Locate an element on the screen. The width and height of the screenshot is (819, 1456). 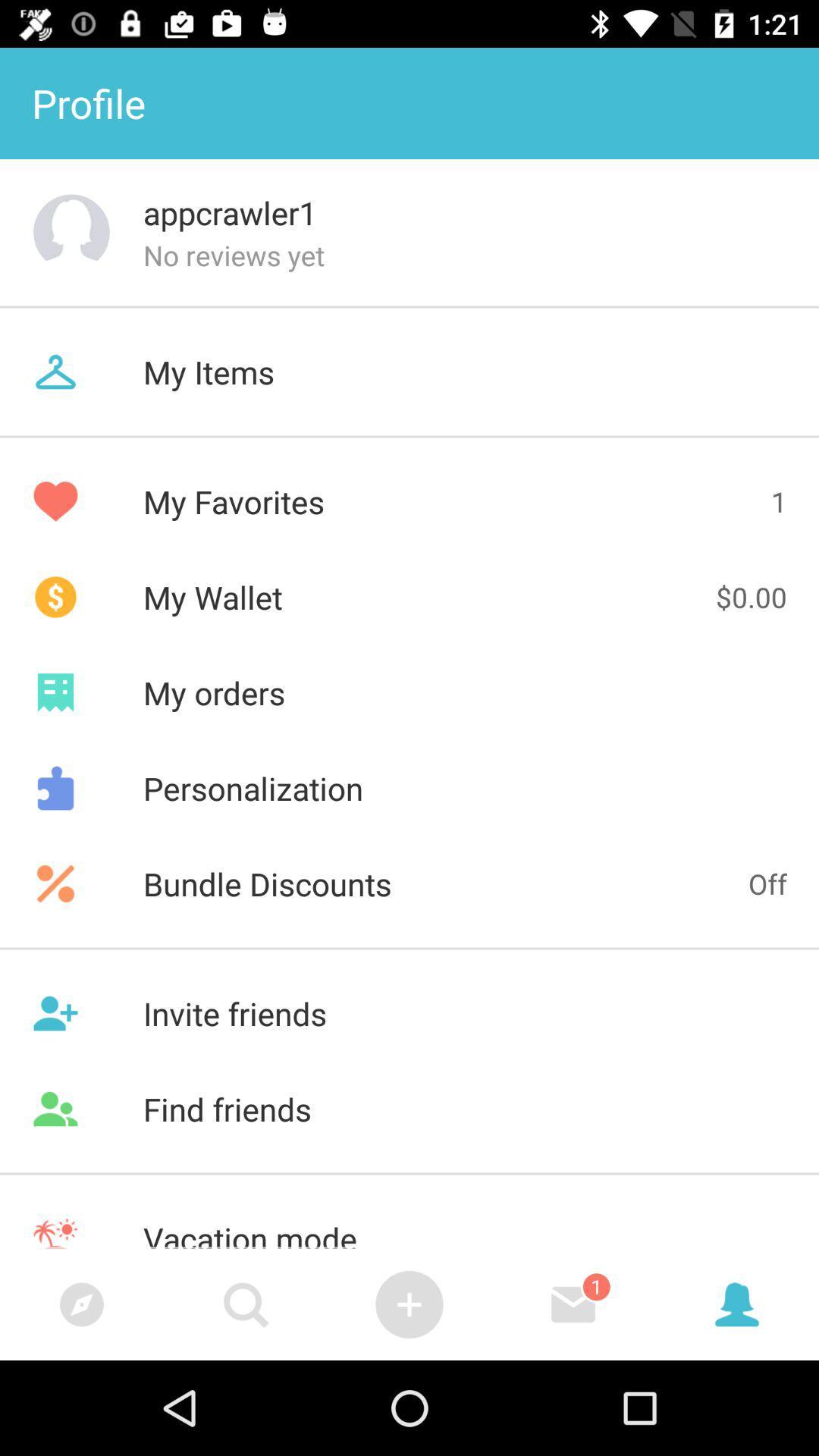
vacation mode is located at coordinates (409, 1219).